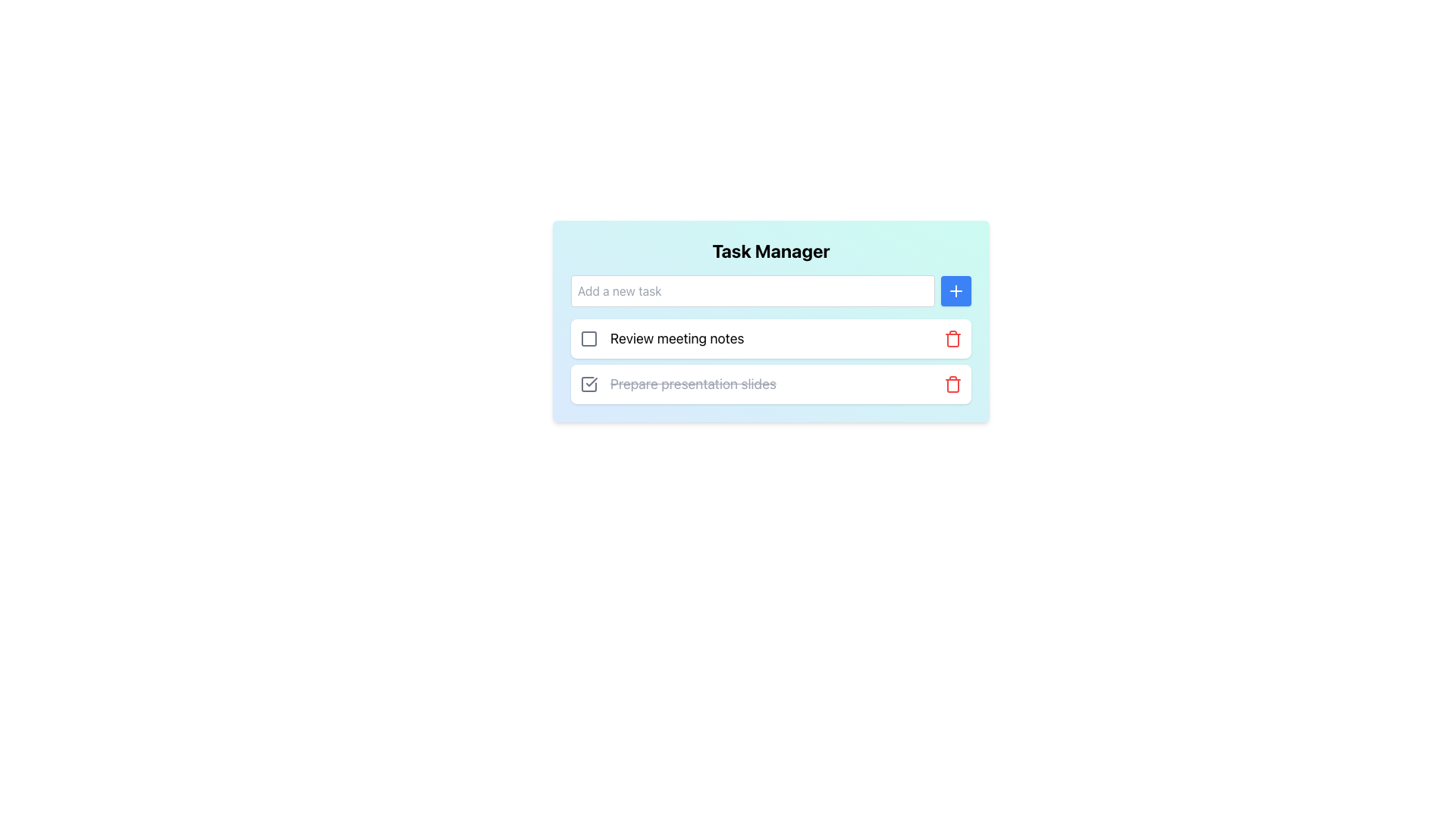 Image resolution: width=1456 pixels, height=819 pixels. I want to click on the checkbox on the first task item of the Task Manager to mark it as completed, so click(771, 338).